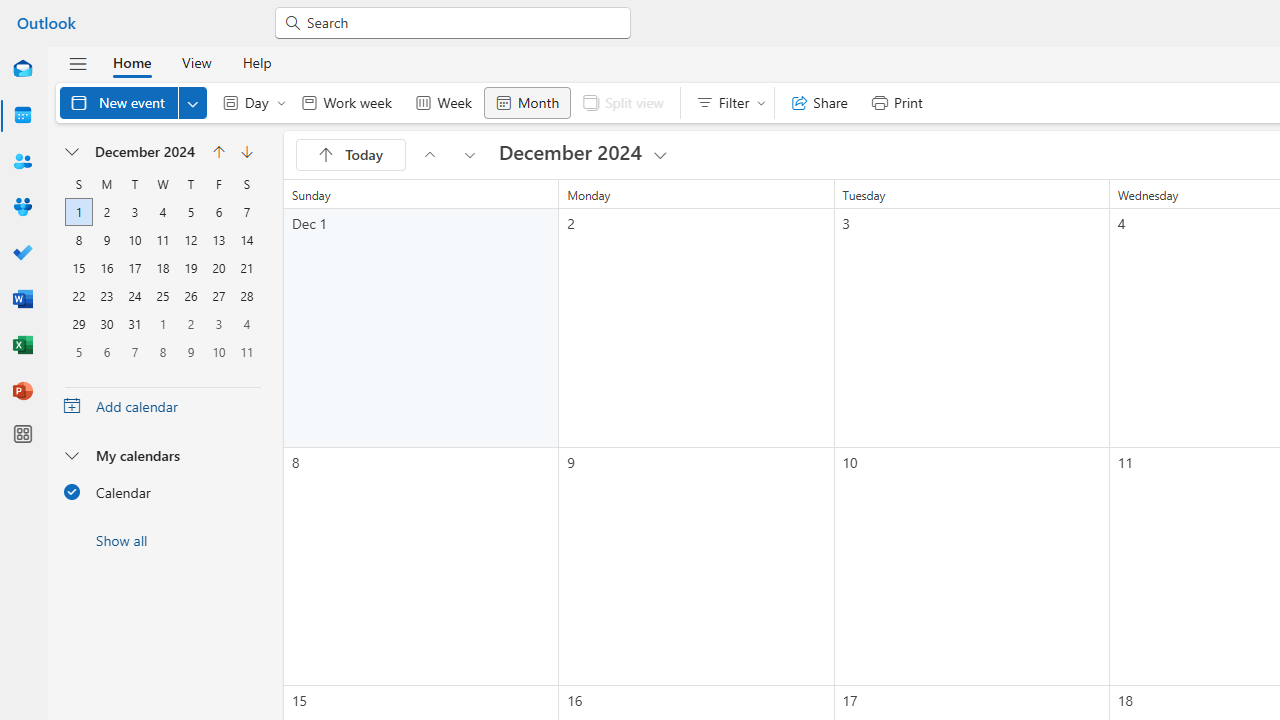 The width and height of the screenshot is (1280, 720). I want to click on 'Go to previous month November', so click(218, 151).